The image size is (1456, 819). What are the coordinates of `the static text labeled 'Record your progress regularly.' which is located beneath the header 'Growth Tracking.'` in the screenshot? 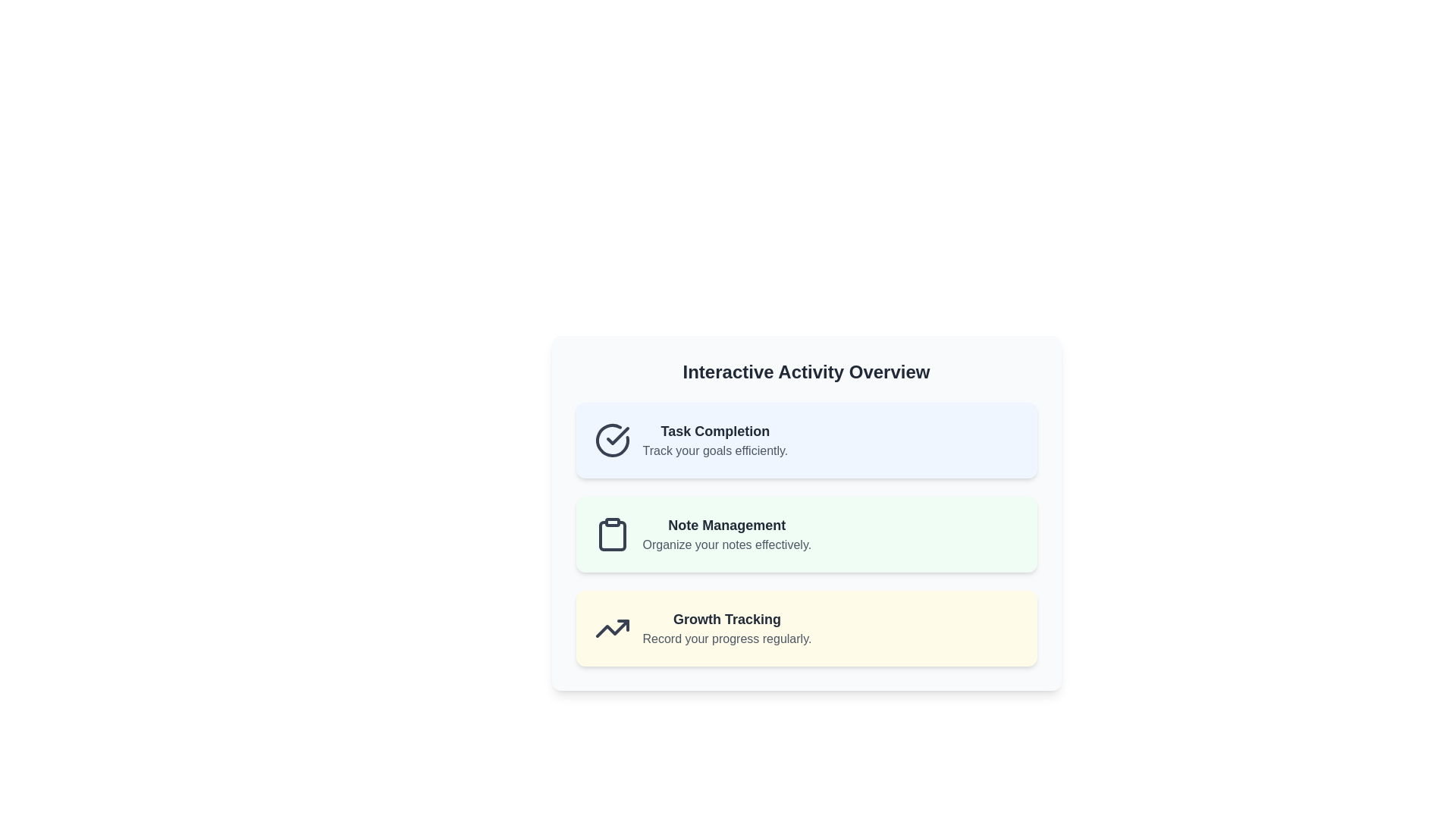 It's located at (726, 639).